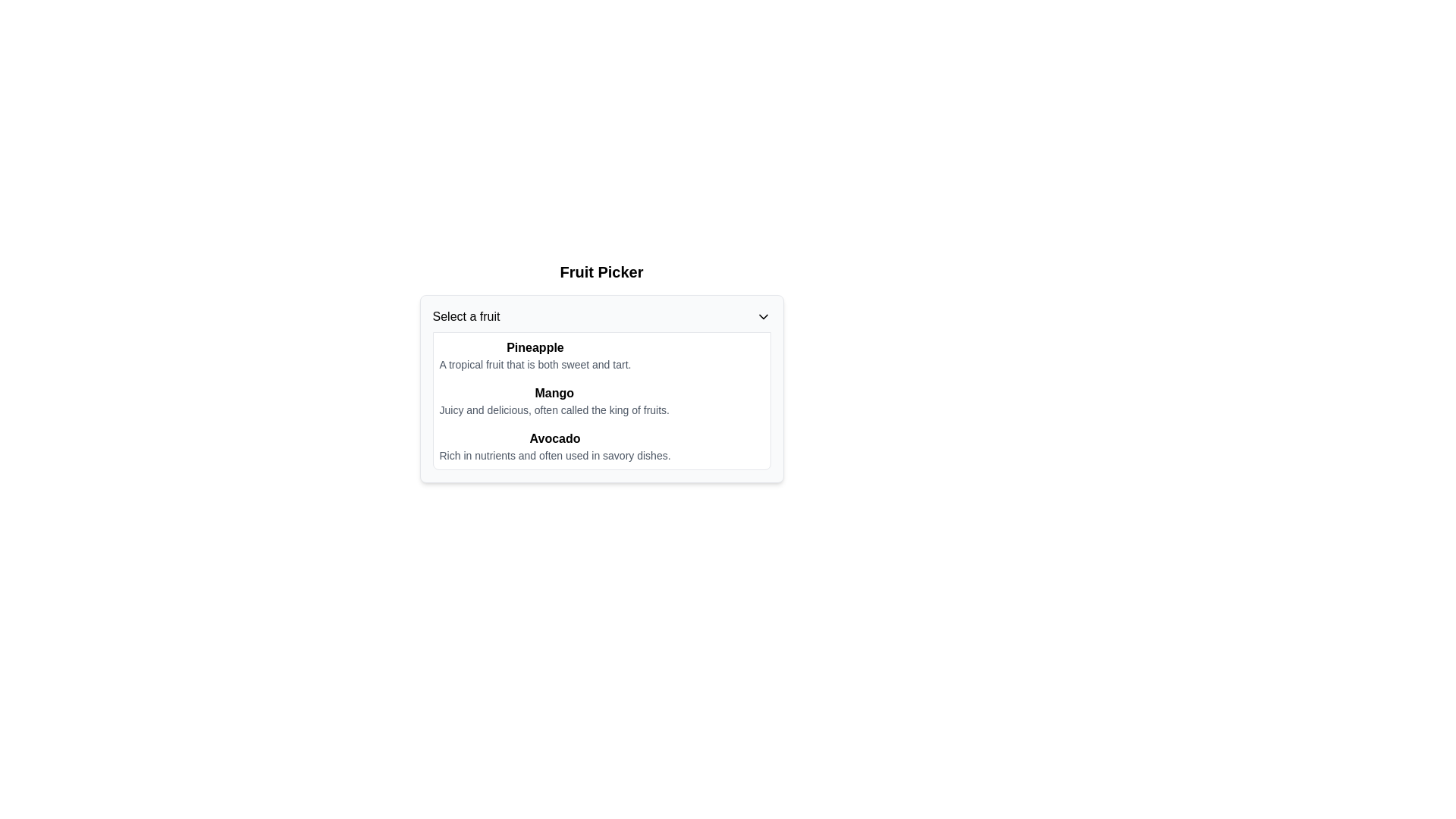  I want to click on an option from the dropdown menu located under the 'Fruit Picker' heading, which has a light gray background and rounded borders, so click(601, 388).